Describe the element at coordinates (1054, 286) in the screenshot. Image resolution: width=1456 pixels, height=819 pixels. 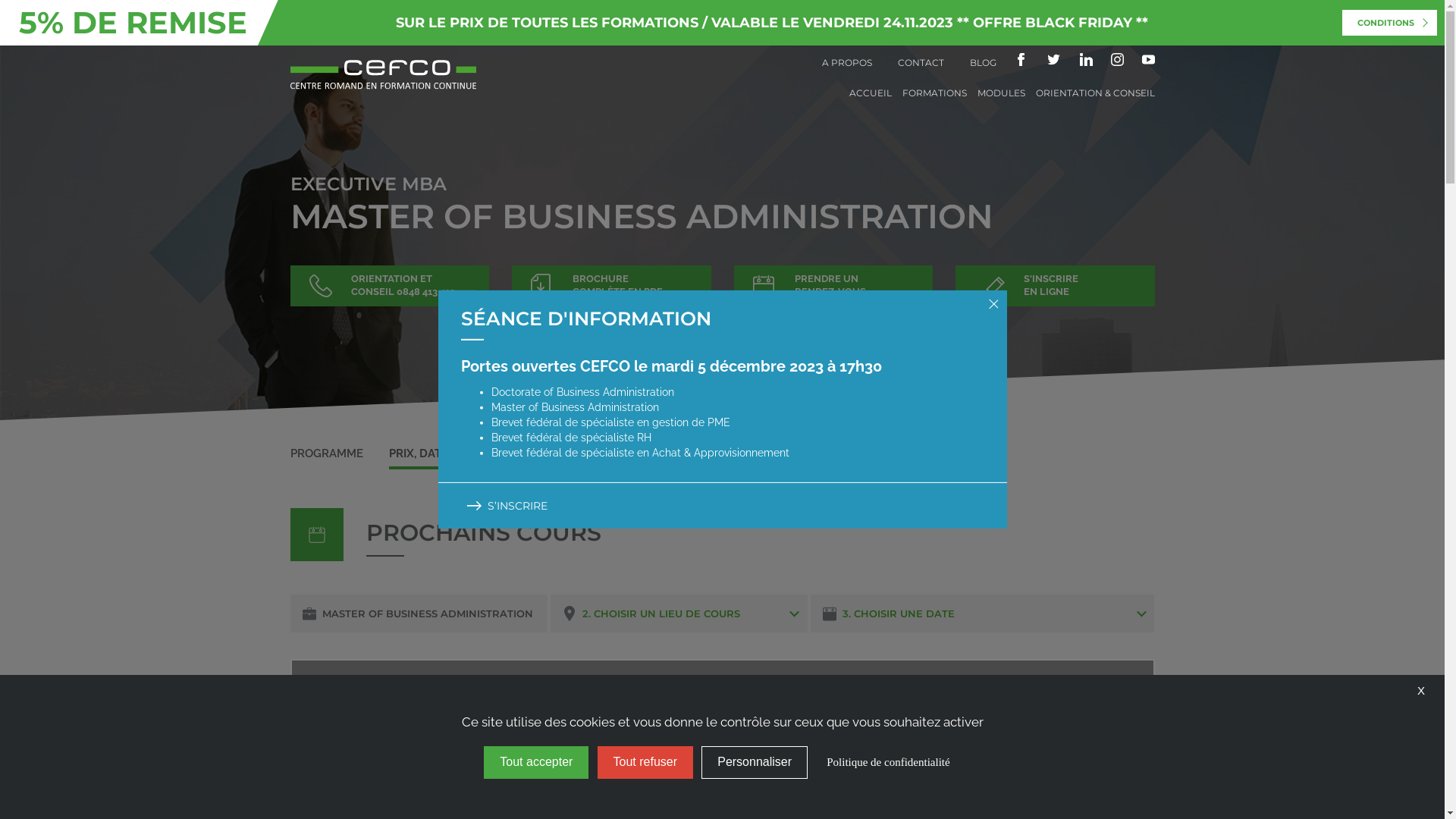
I see `'S'INSCRIRE` at that location.